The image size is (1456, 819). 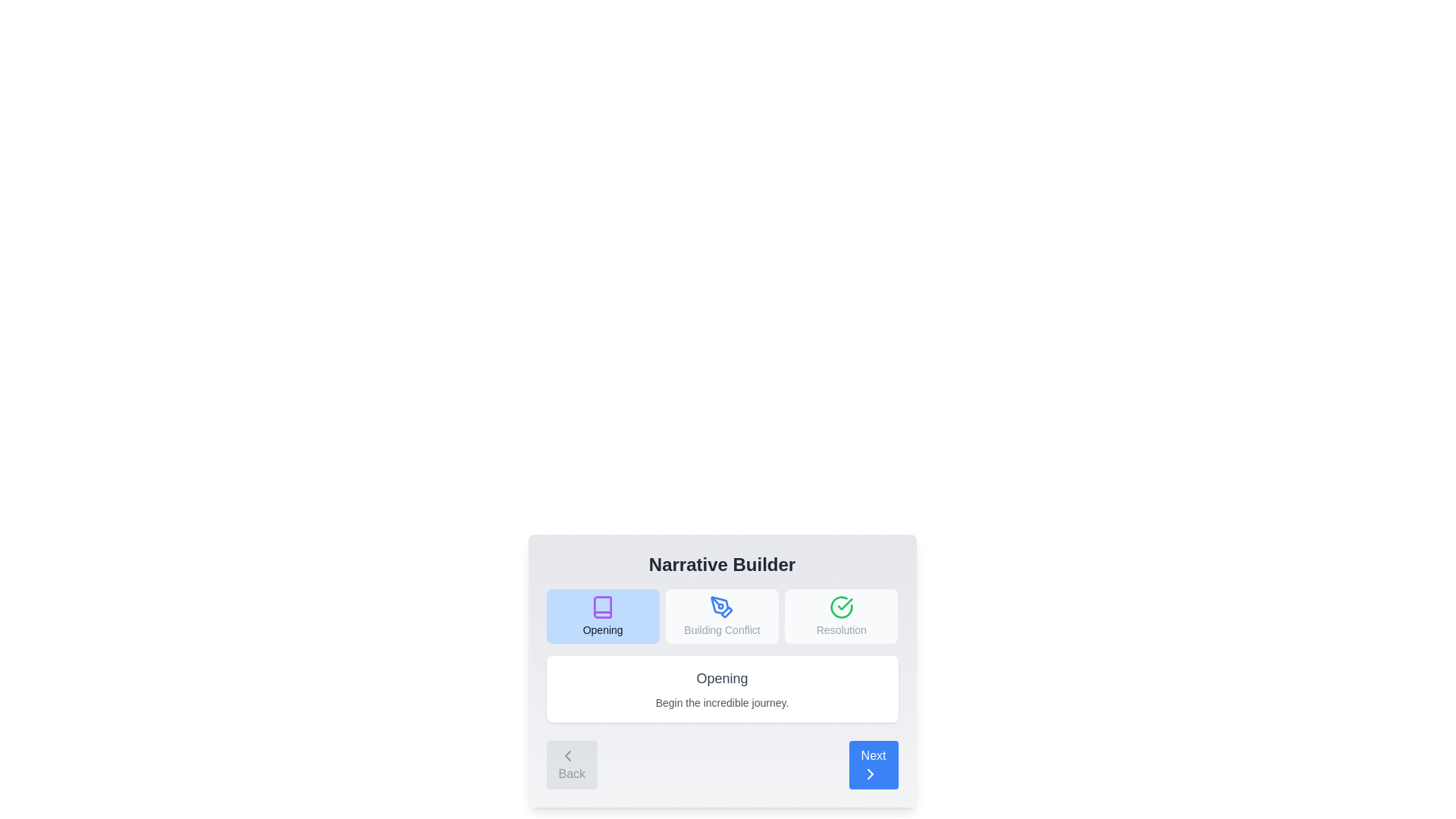 I want to click on 'Next' button to navigate to the next step, so click(x=874, y=765).